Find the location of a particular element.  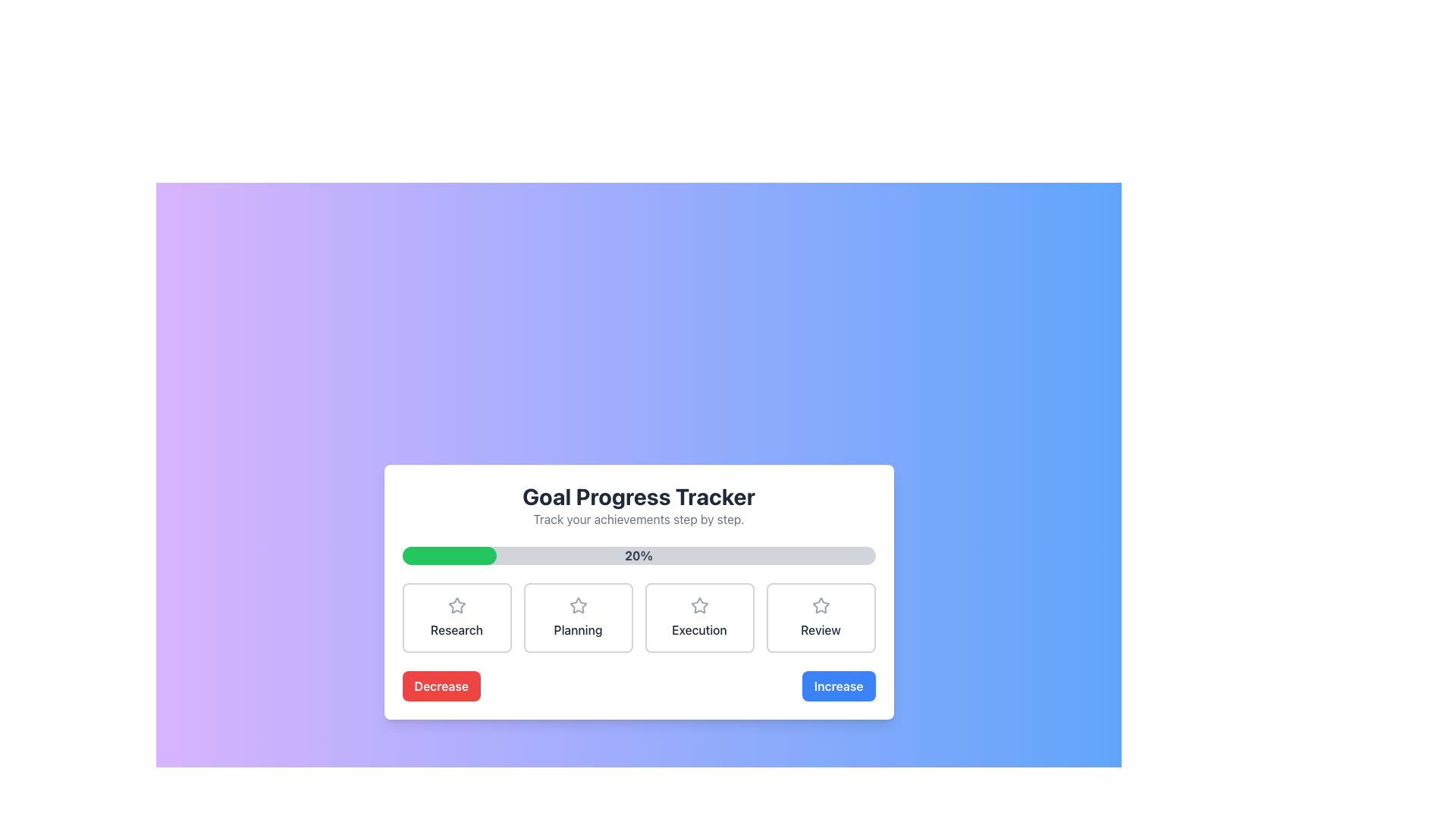

the third card in the row, which features a star icon above the text 'Execution' and is located below a progress bar is located at coordinates (698, 617).